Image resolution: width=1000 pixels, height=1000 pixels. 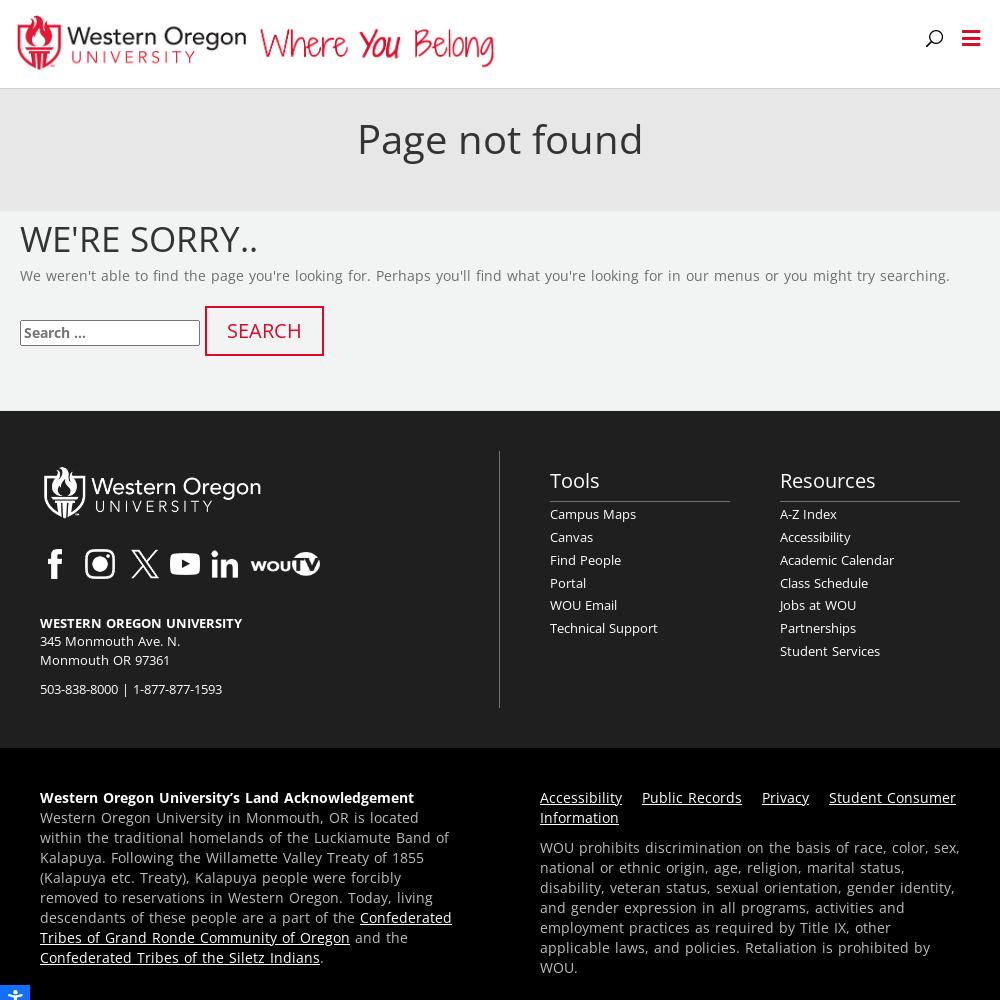 I want to click on 'Student Consumer Information', so click(x=540, y=807).